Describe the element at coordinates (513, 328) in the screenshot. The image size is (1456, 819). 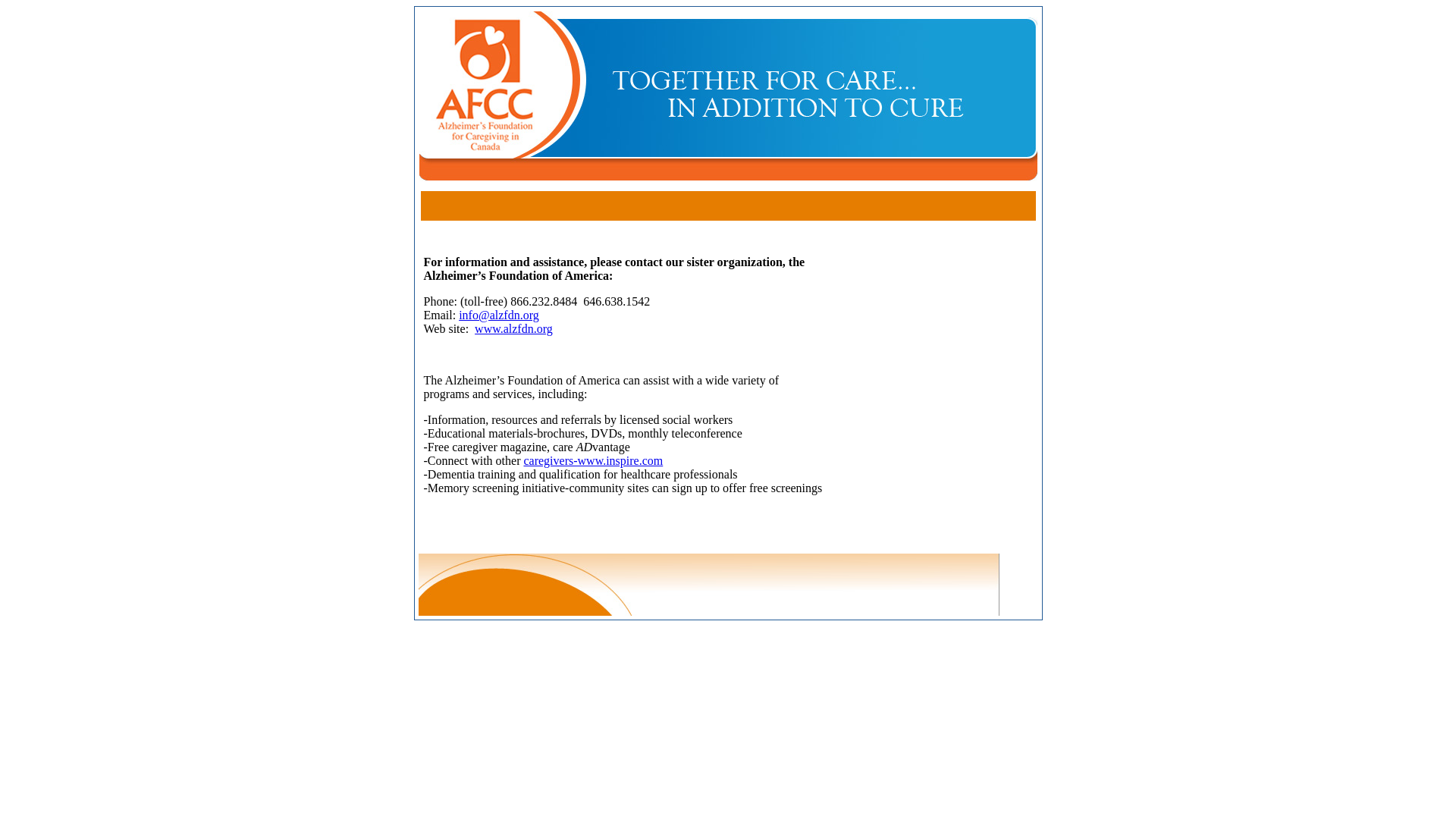
I see `'www.alzfdn.org'` at that location.